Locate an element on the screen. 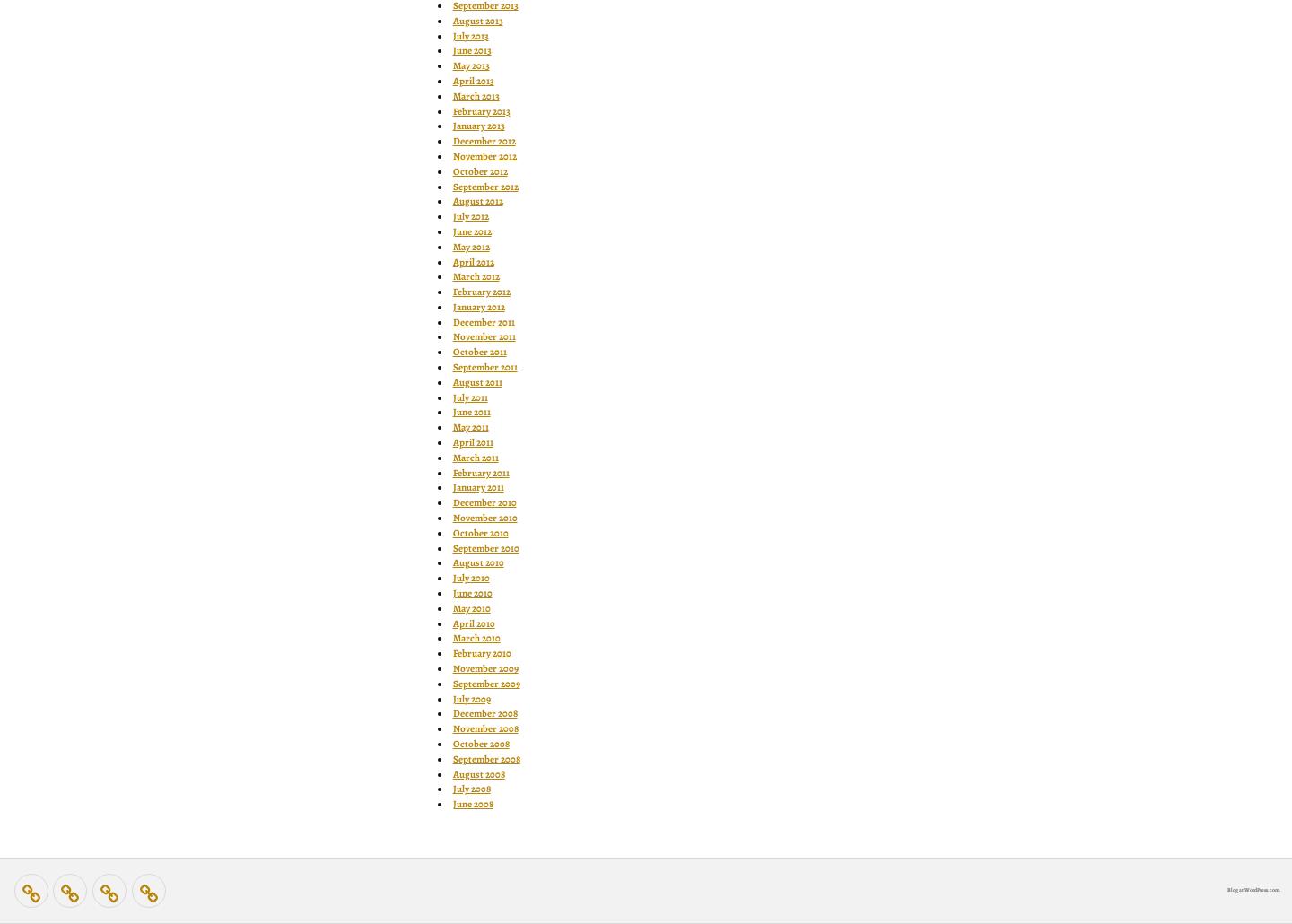  'September 2011' is located at coordinates (450, 367).